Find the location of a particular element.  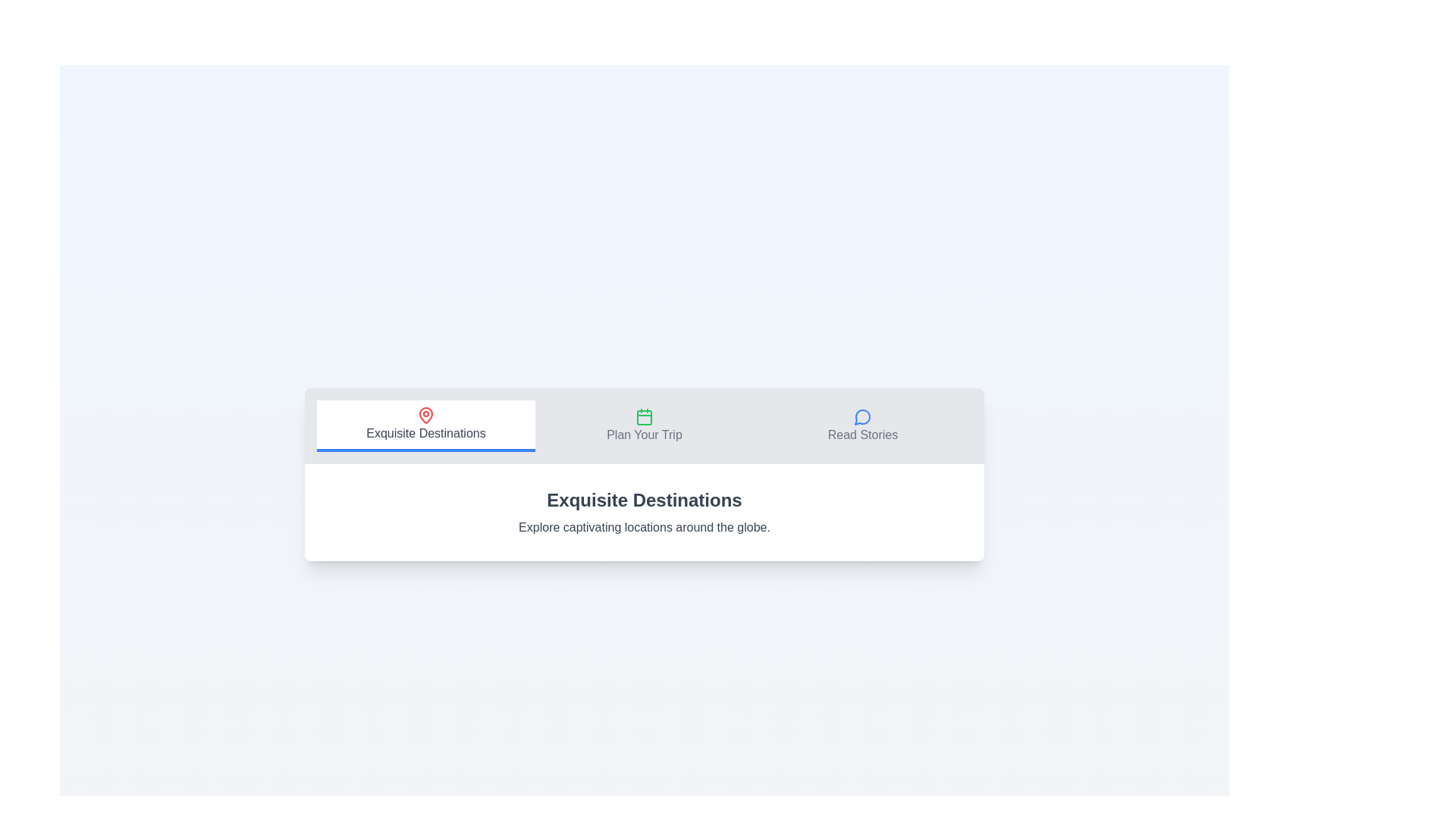

the Read Stories tab in the navigation bar is located at coordinates (862, 426).